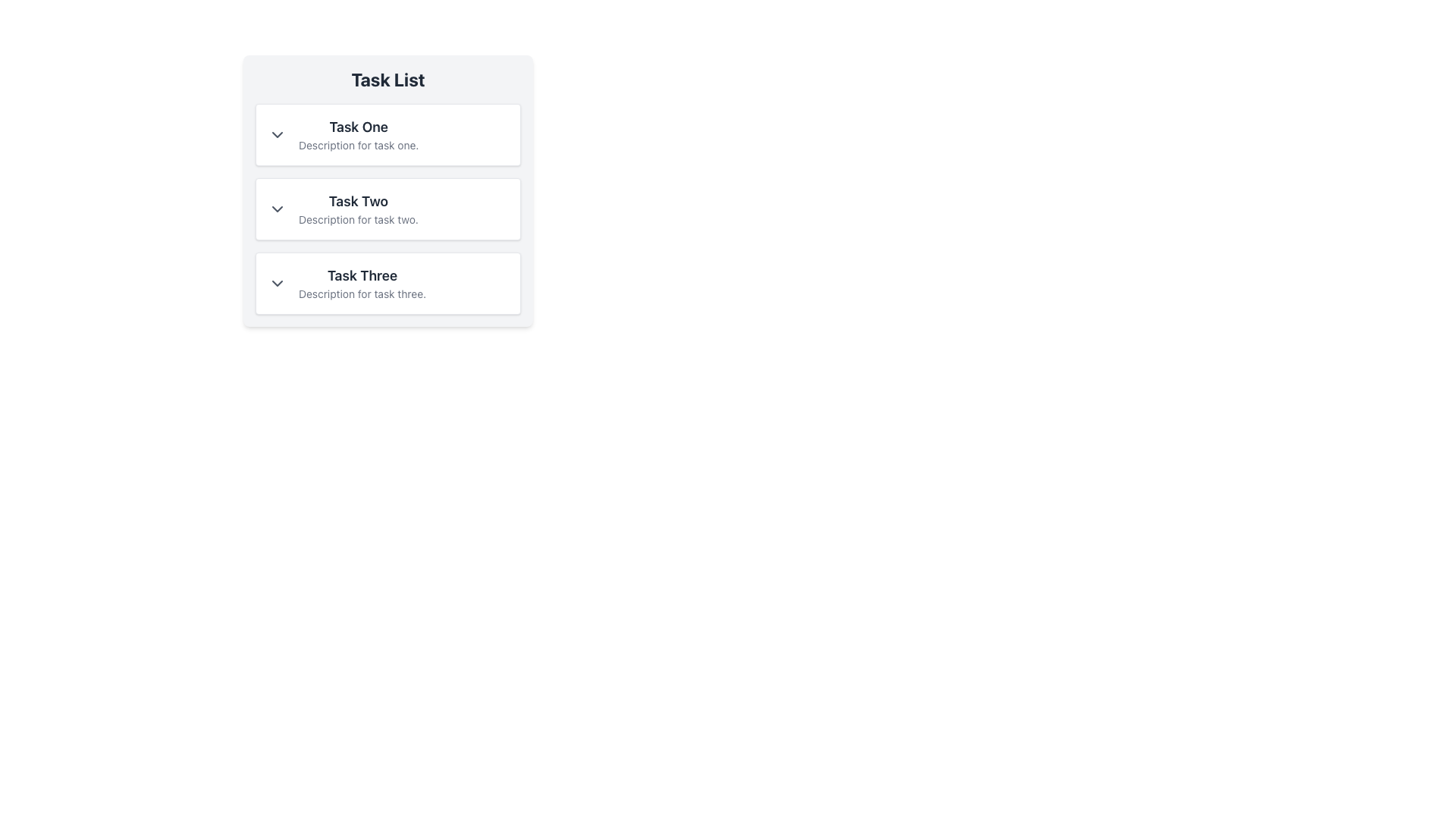 The width and height of the screenshot is (1456, 819). What do you see at coordinates (358, 146) in the screenshot?
I see `the informational text label located below the title 'Task One' in the task card layout` at bounding box center [358, 146].